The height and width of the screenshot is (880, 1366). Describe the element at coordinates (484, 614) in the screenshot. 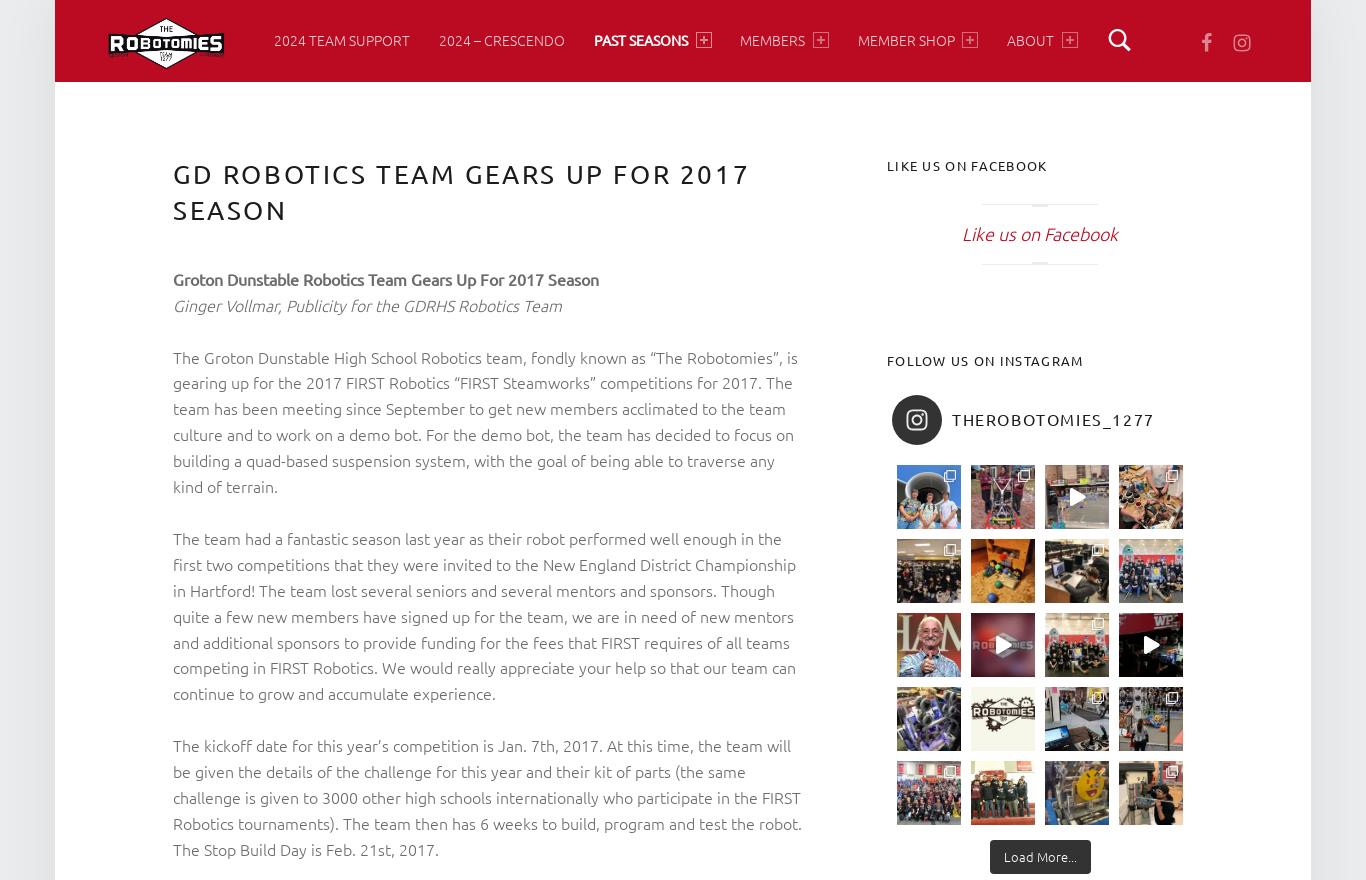

I see `'The team had a fantastic season last year as their robot performed well enough in the first two competitions that they were invited to the New England District Championship in Hartford! The team lost several seniors and several mentors and sponsors. Though quite a few new members have signed up for the team, we are in need of new mentors and additional sponsors to provide funding for the fees that FIRST requires of all teams competing in FIRST Robotics. We would really appreciate your help so that our team can continue to grow and accumulate experience.'` at that location.